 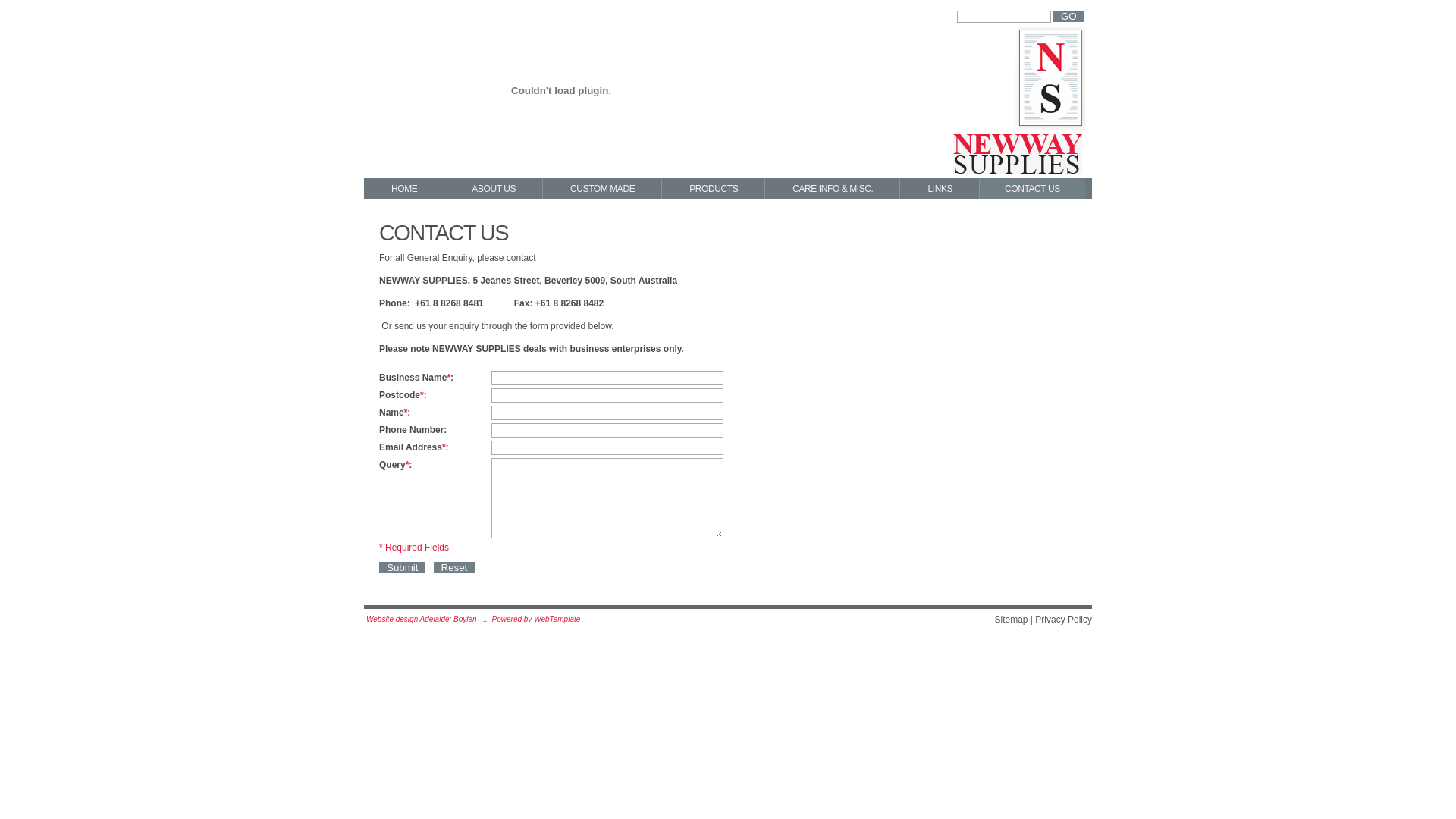 What do you see at coordinates (1019, 104) in the screenshot?
I see `'New Way Supplies'` at bounding box center [1019, 104].